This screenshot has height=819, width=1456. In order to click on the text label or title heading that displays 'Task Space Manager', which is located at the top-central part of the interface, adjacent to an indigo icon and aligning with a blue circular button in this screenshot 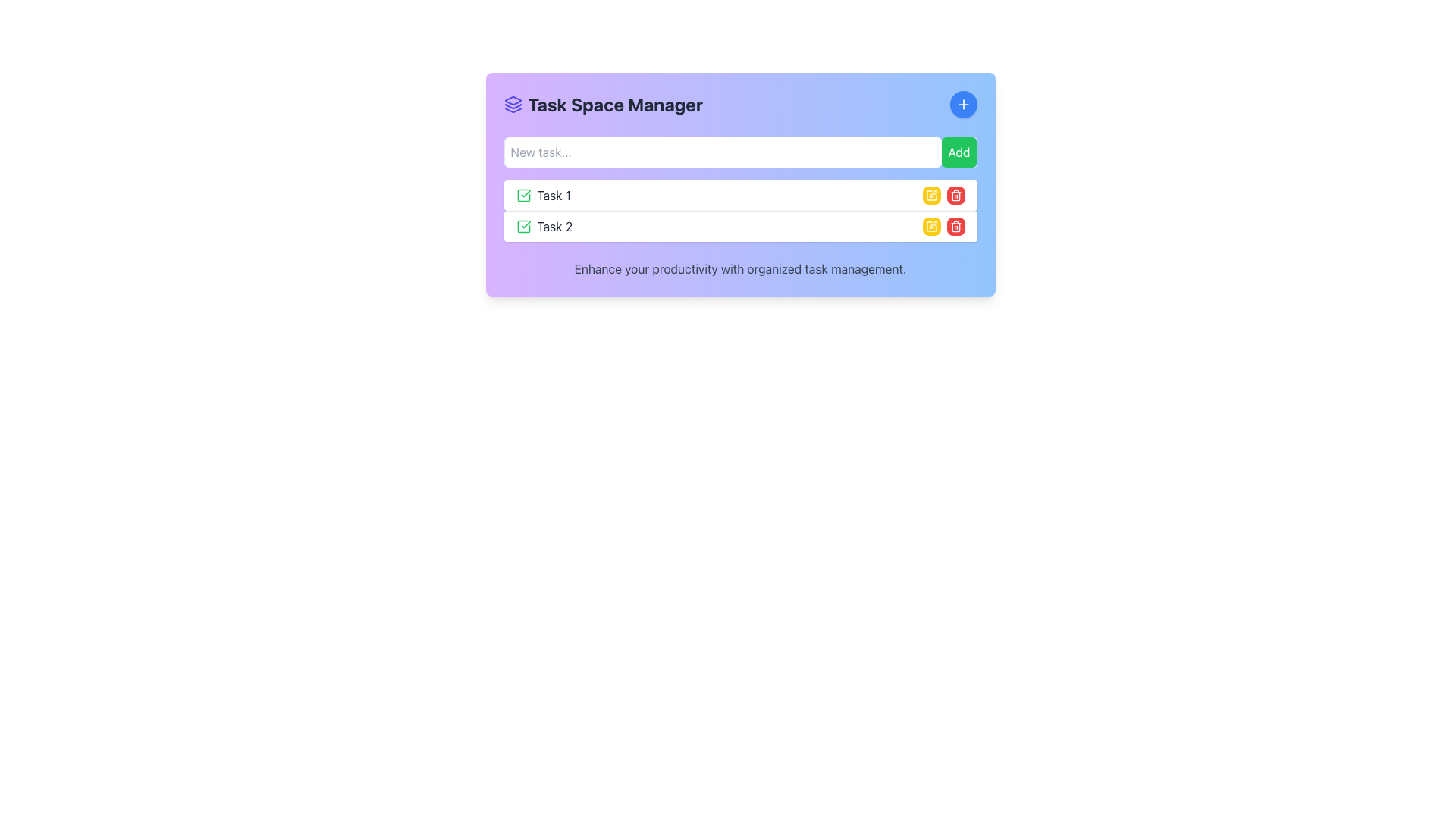, I will do `click(602, 104)`.